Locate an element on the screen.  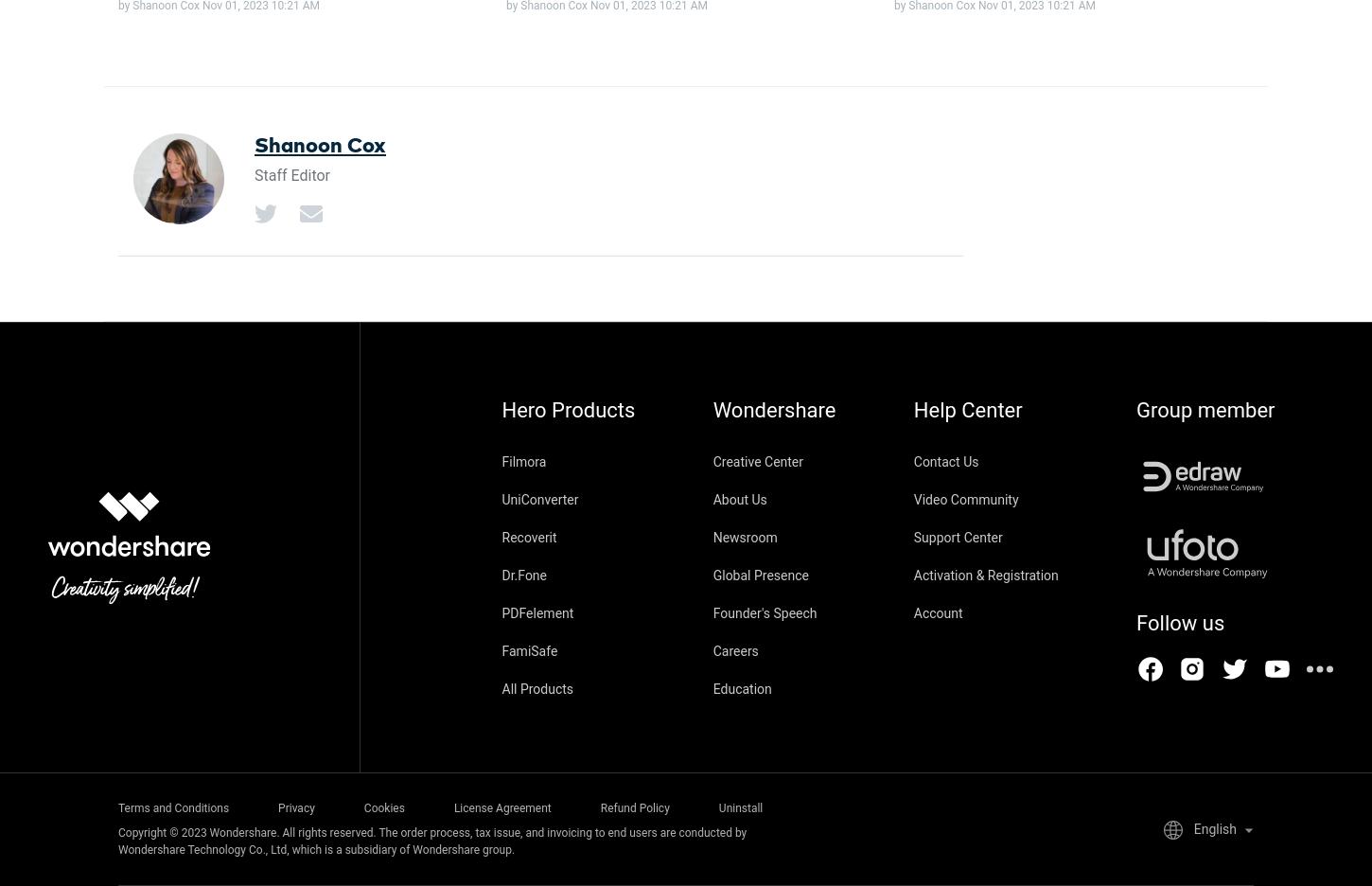
'Support Center' is located at coordinates (911, 536).